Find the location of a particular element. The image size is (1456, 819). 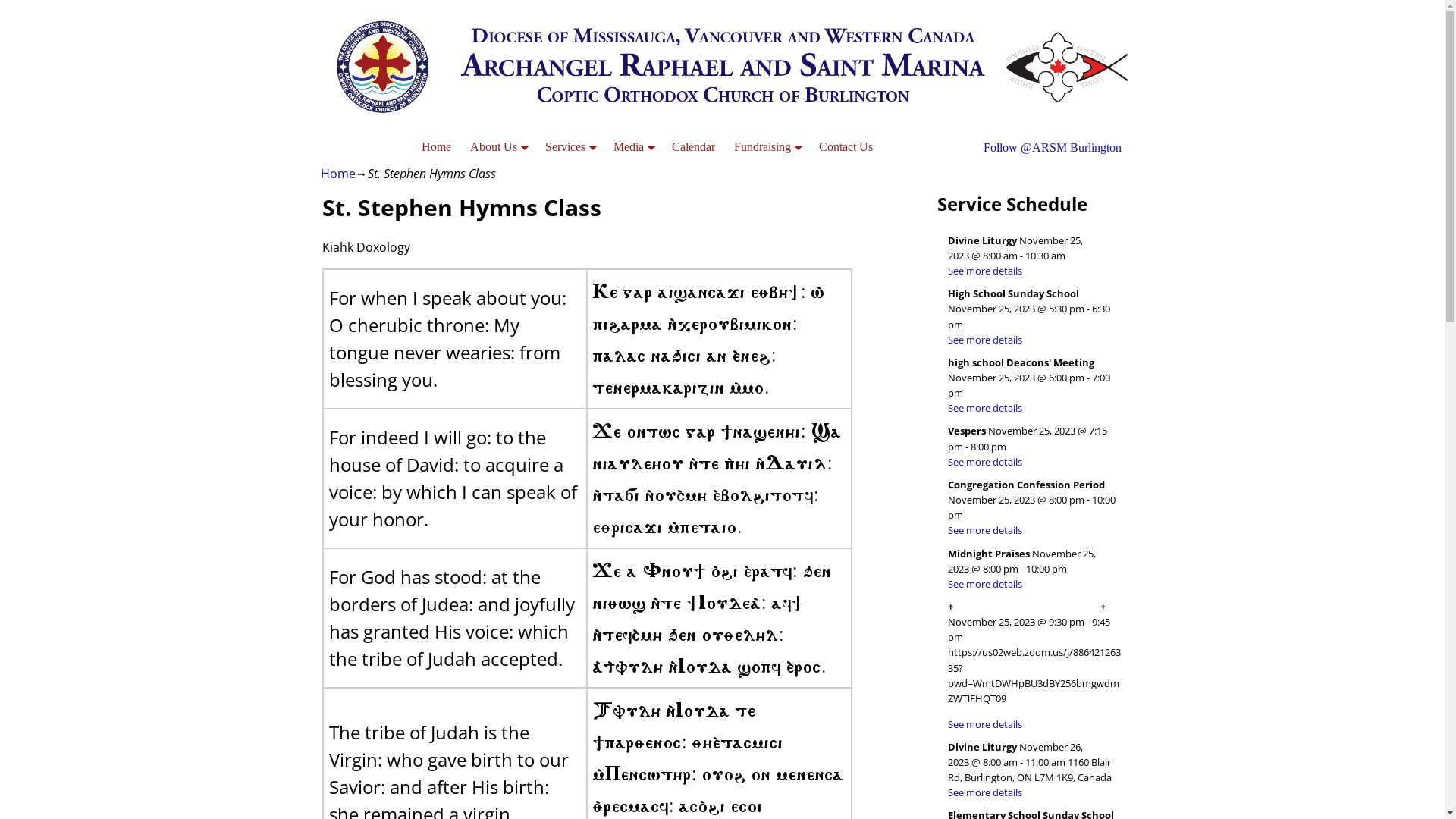

'Home' is located at coordinates (337, 172).